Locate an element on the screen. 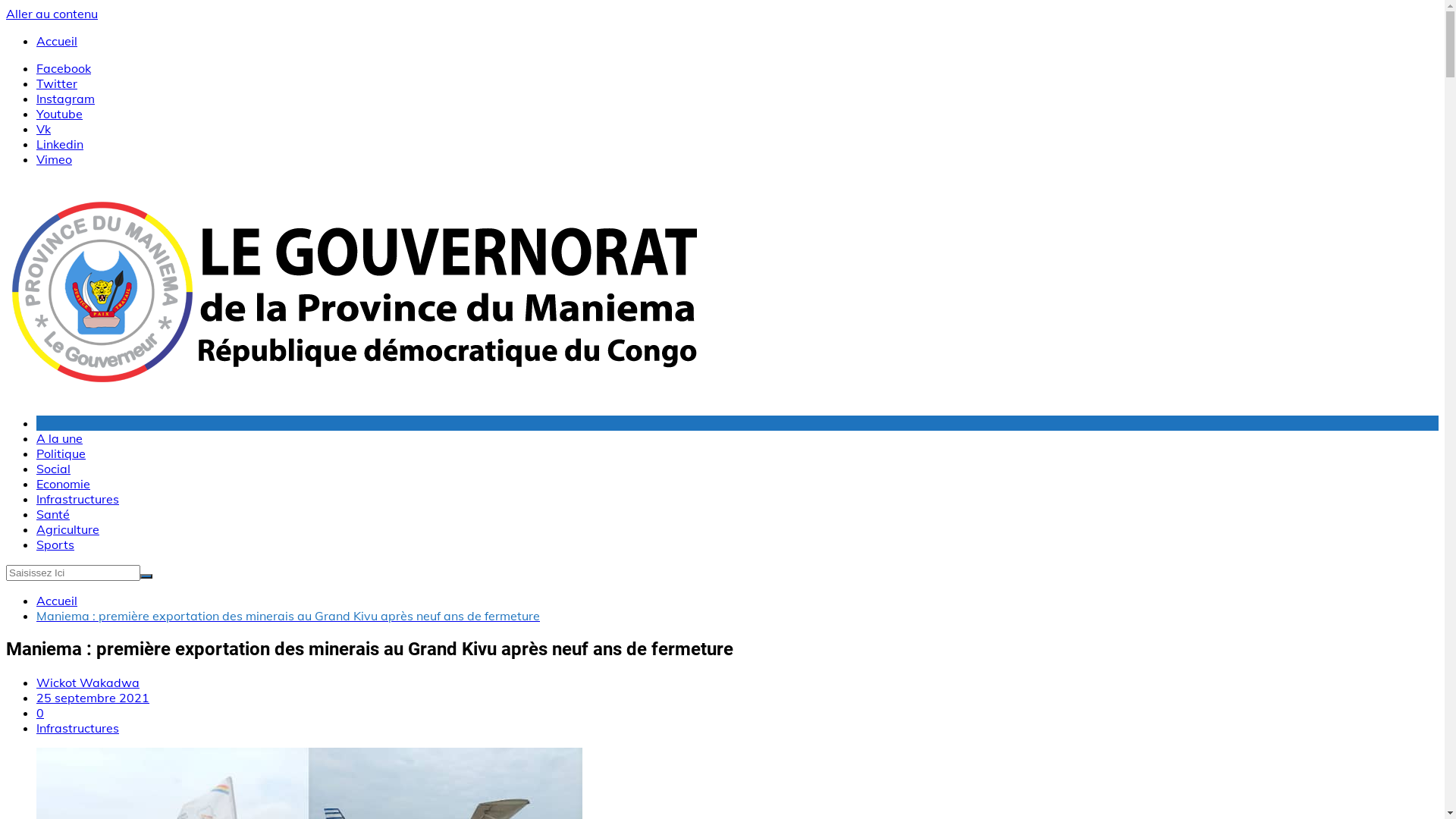 This screenshot has width=1456, height=819. 'Accueil' is located at coordinates (57, 40).